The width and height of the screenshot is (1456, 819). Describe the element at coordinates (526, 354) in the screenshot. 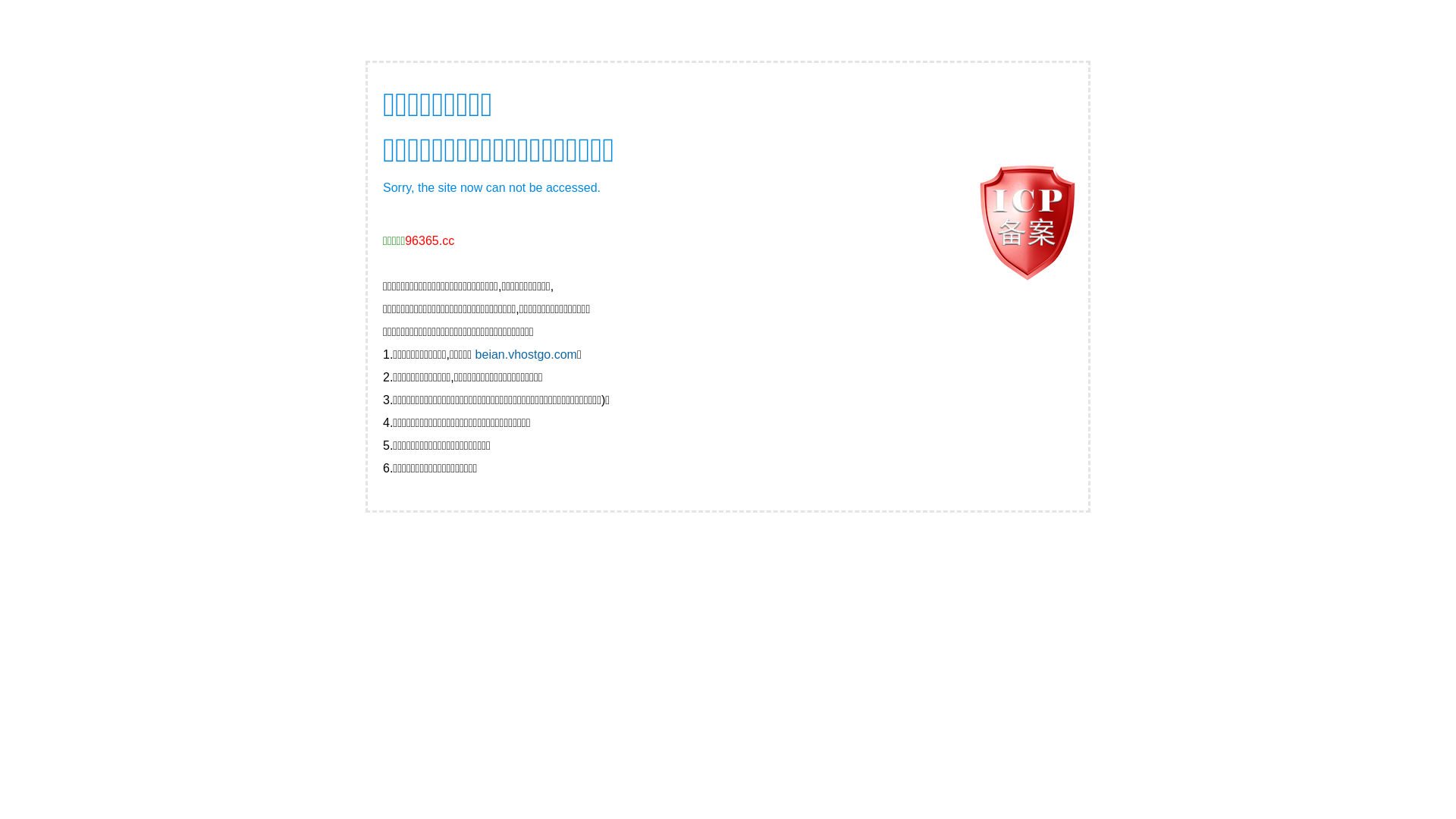

I see `'beian.vhostgo.com'` at that location.